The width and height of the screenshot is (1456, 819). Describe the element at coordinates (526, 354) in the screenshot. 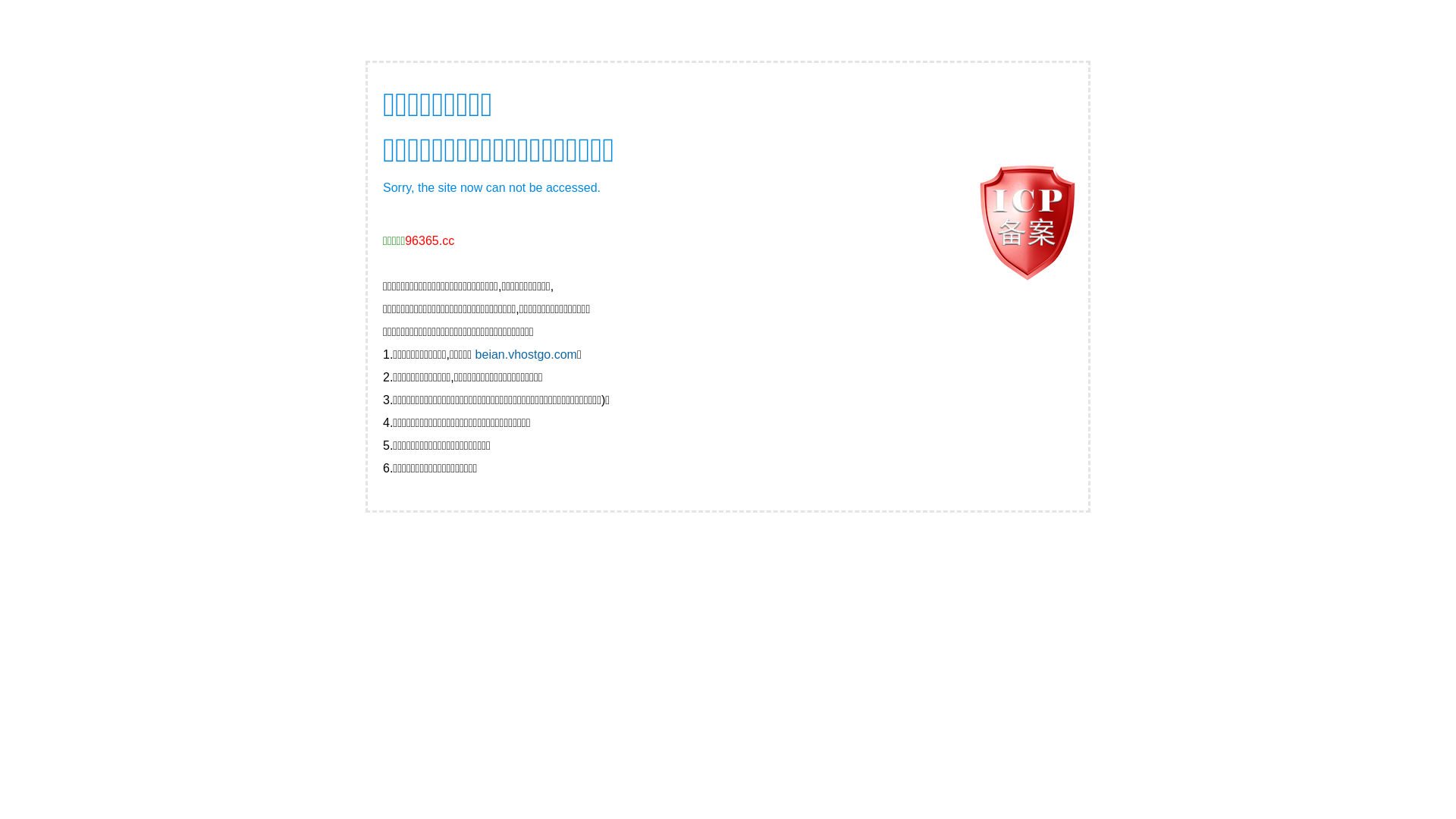

I see `'beian.vhostgo.com'` at that location.